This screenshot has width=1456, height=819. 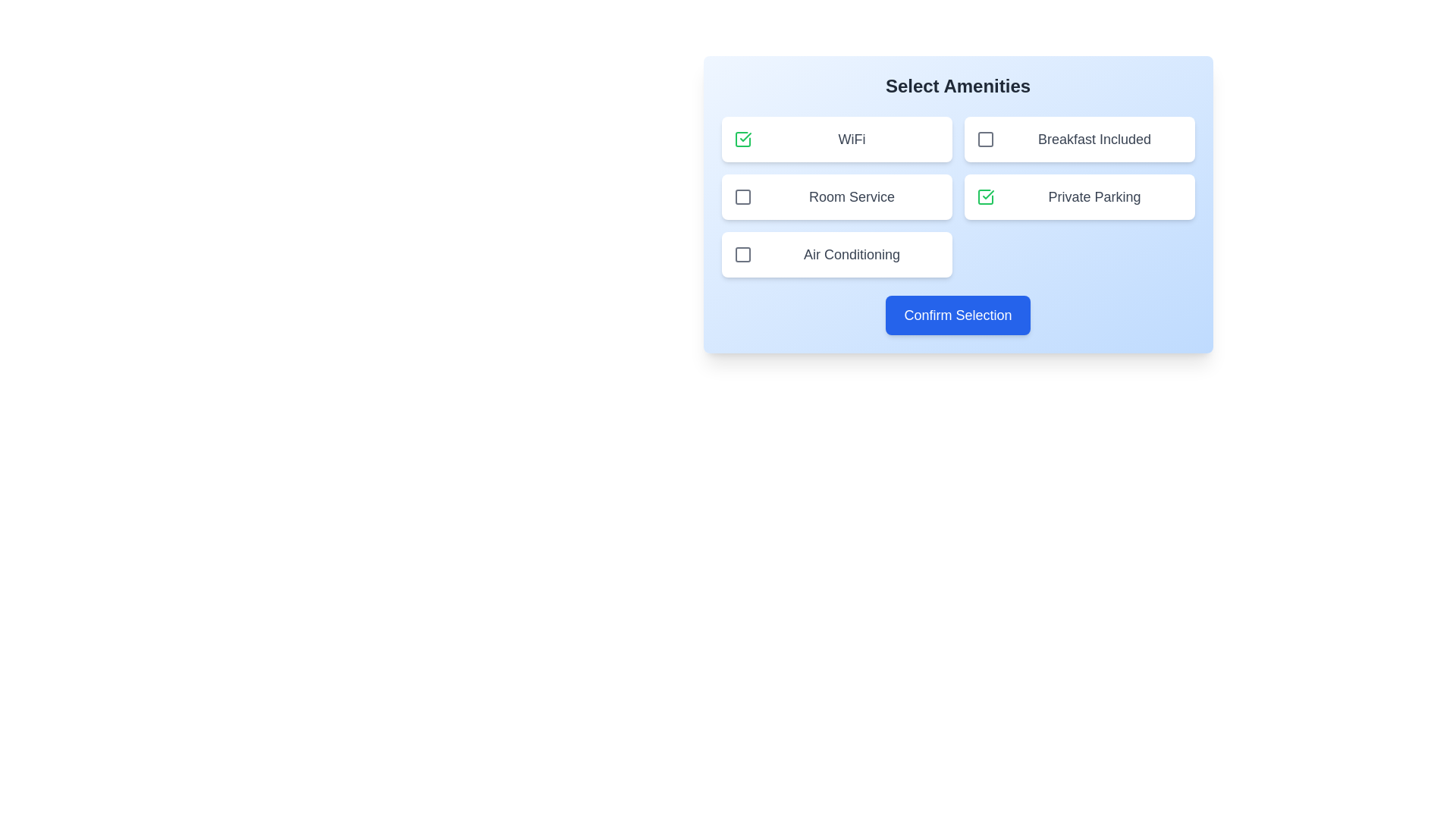 I want to click on the checkbox labeled 'Room Service', so click(x=742, y=196).